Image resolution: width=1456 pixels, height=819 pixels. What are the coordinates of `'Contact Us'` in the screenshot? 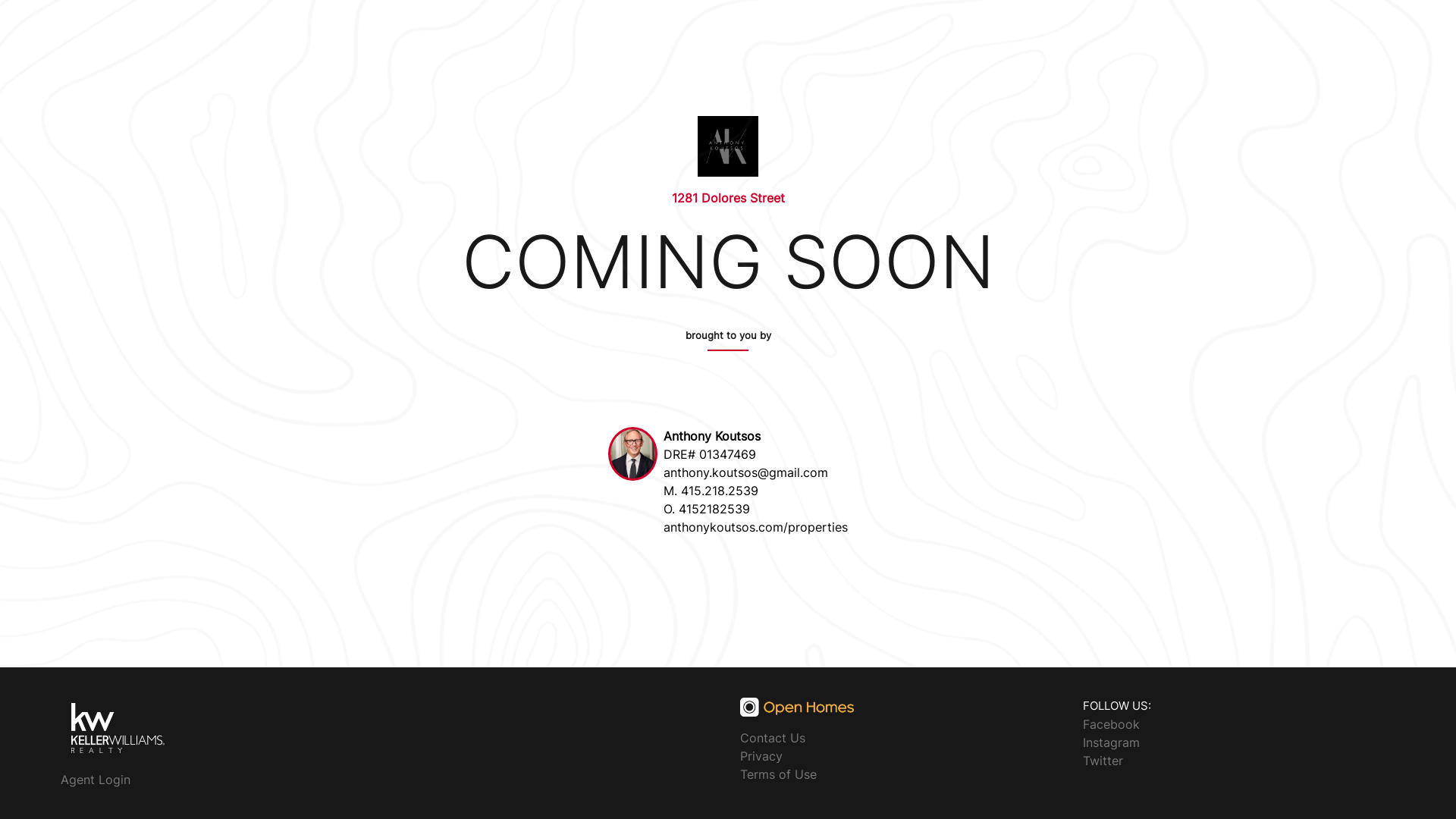 It's located at (739, 736).